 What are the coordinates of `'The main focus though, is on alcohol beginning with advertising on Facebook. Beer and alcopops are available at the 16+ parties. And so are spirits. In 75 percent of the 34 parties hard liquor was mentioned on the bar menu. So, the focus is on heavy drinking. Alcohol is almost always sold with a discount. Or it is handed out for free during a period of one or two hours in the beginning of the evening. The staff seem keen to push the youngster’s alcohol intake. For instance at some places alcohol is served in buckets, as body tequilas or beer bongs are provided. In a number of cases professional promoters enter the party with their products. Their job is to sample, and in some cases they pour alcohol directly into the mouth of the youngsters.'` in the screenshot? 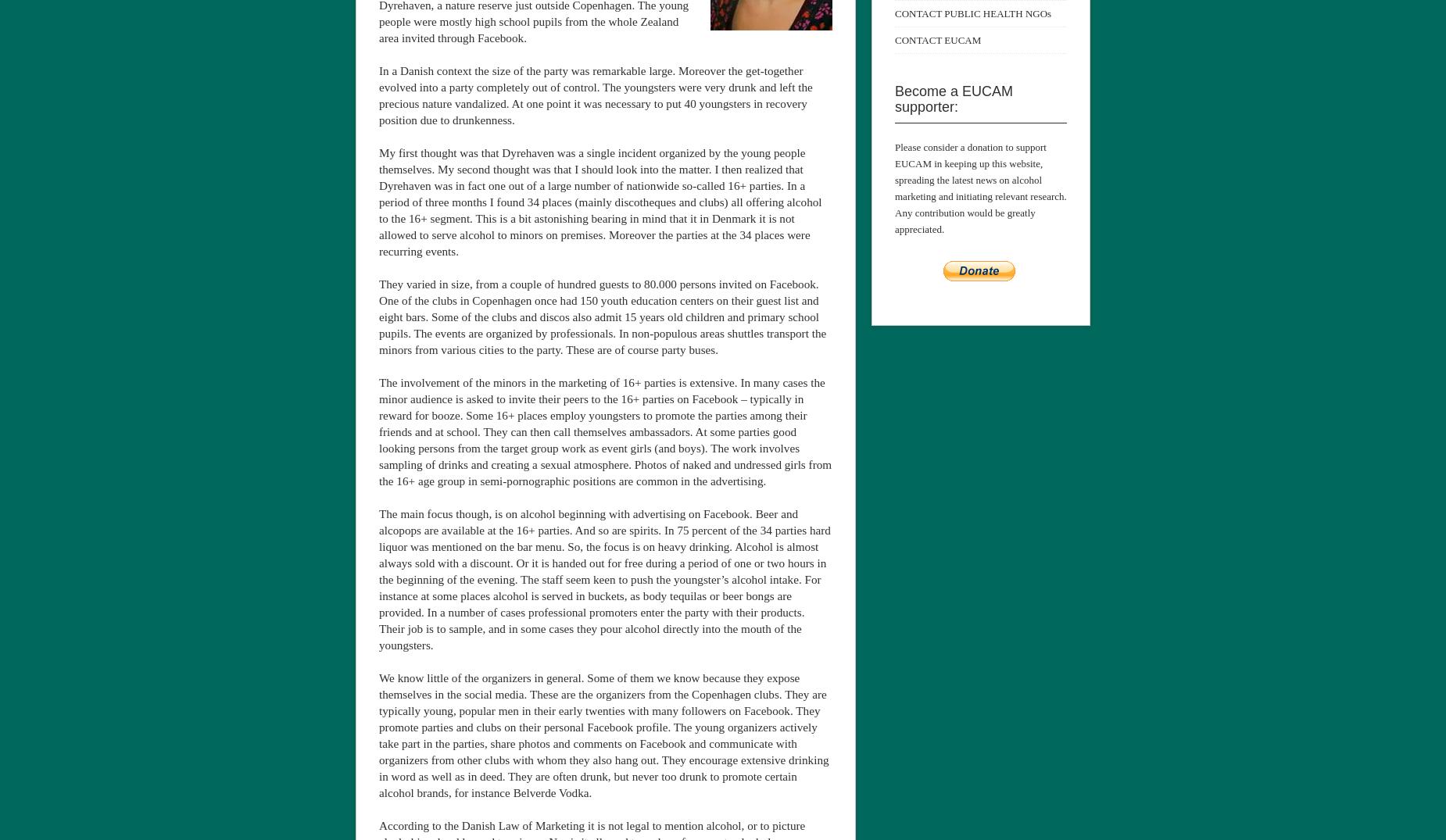 It's located at (604, 578).